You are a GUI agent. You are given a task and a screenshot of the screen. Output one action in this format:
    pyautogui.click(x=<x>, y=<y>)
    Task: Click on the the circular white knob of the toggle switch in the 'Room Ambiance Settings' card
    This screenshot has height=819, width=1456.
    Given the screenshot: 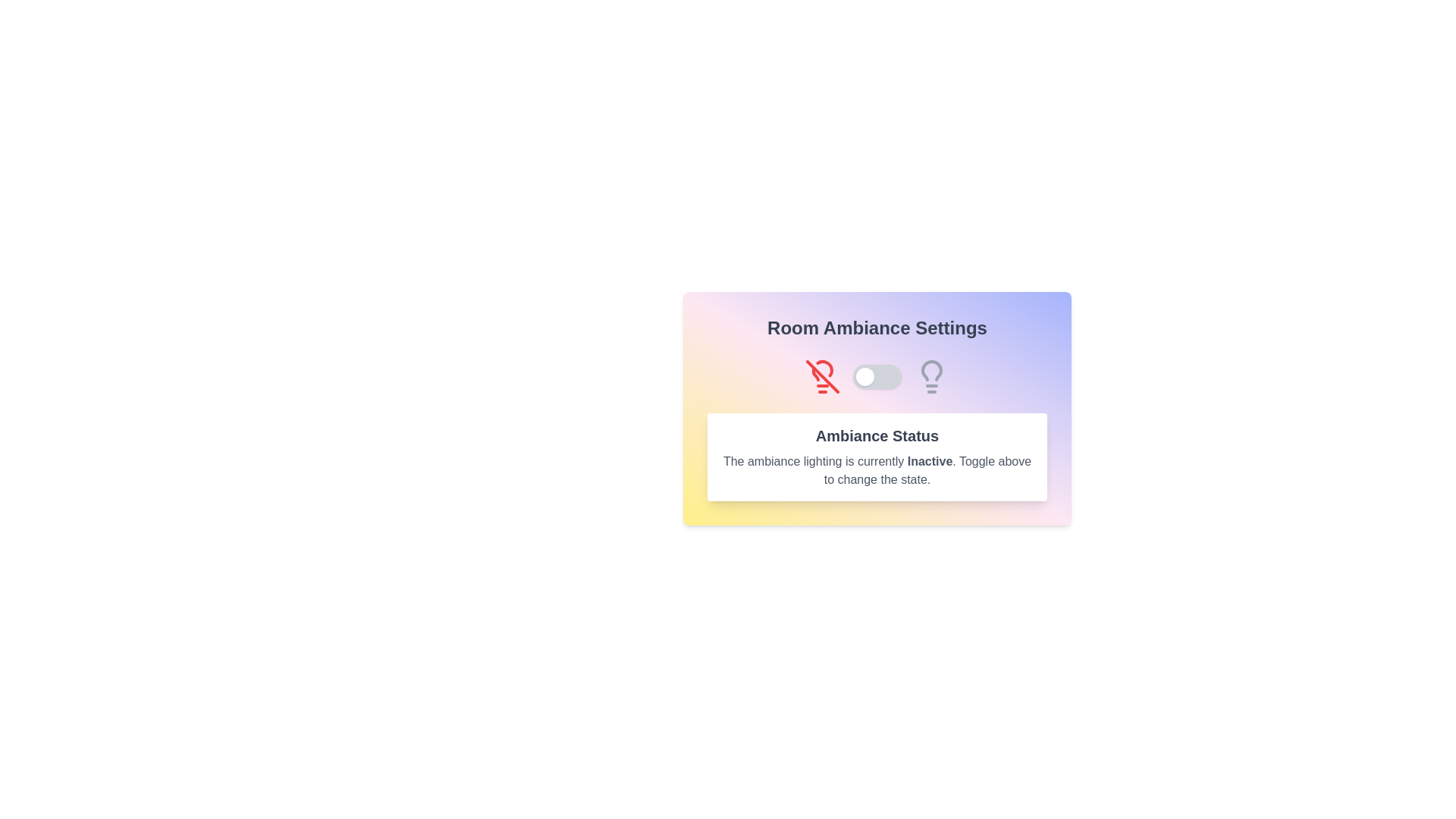 What is the action you would take?
    pyautogui.click(x=877, y=376)
    